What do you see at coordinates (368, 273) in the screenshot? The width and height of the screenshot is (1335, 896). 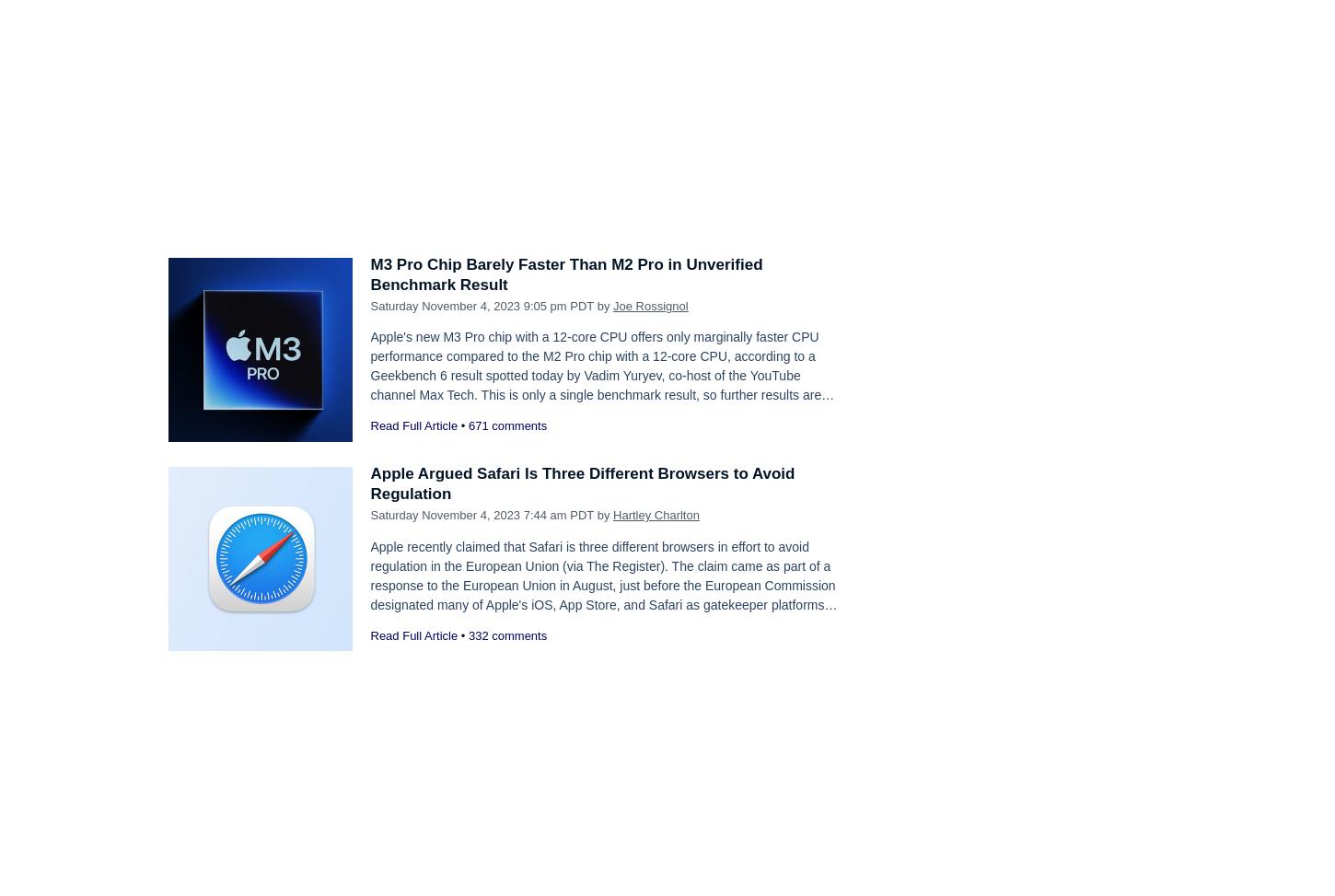 I see `'M3 Pro Chip Barely Faster Than M2 Pro in Unverified Benchmark Result'` at bounding box center [368, 273].